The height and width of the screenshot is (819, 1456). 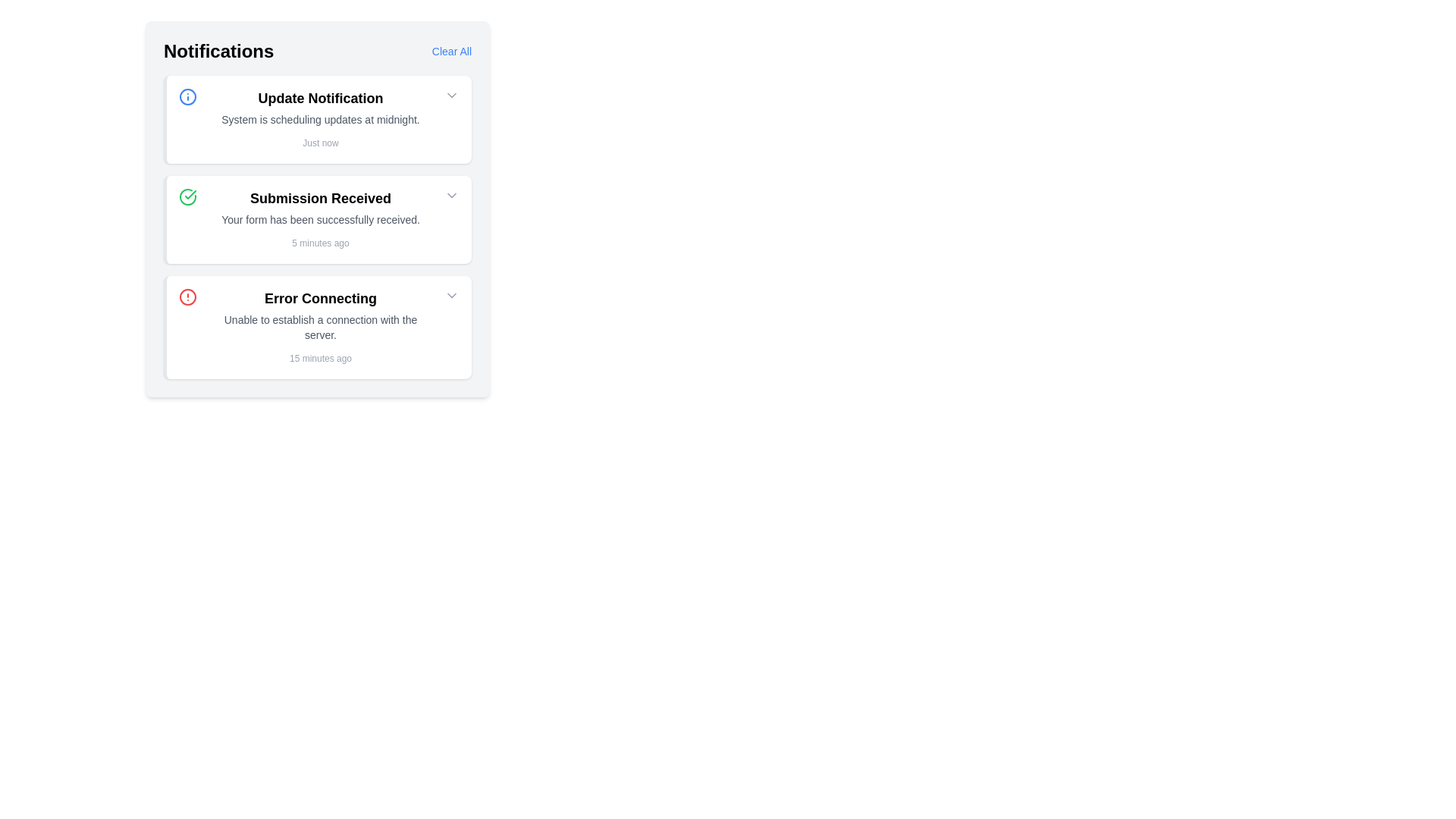 What do you see at coordinates (187, 96) in the screenshot?
I see `the informational icon located to the left of the 'Update Notification' header in the notification list` at bounding box center [187, 96].